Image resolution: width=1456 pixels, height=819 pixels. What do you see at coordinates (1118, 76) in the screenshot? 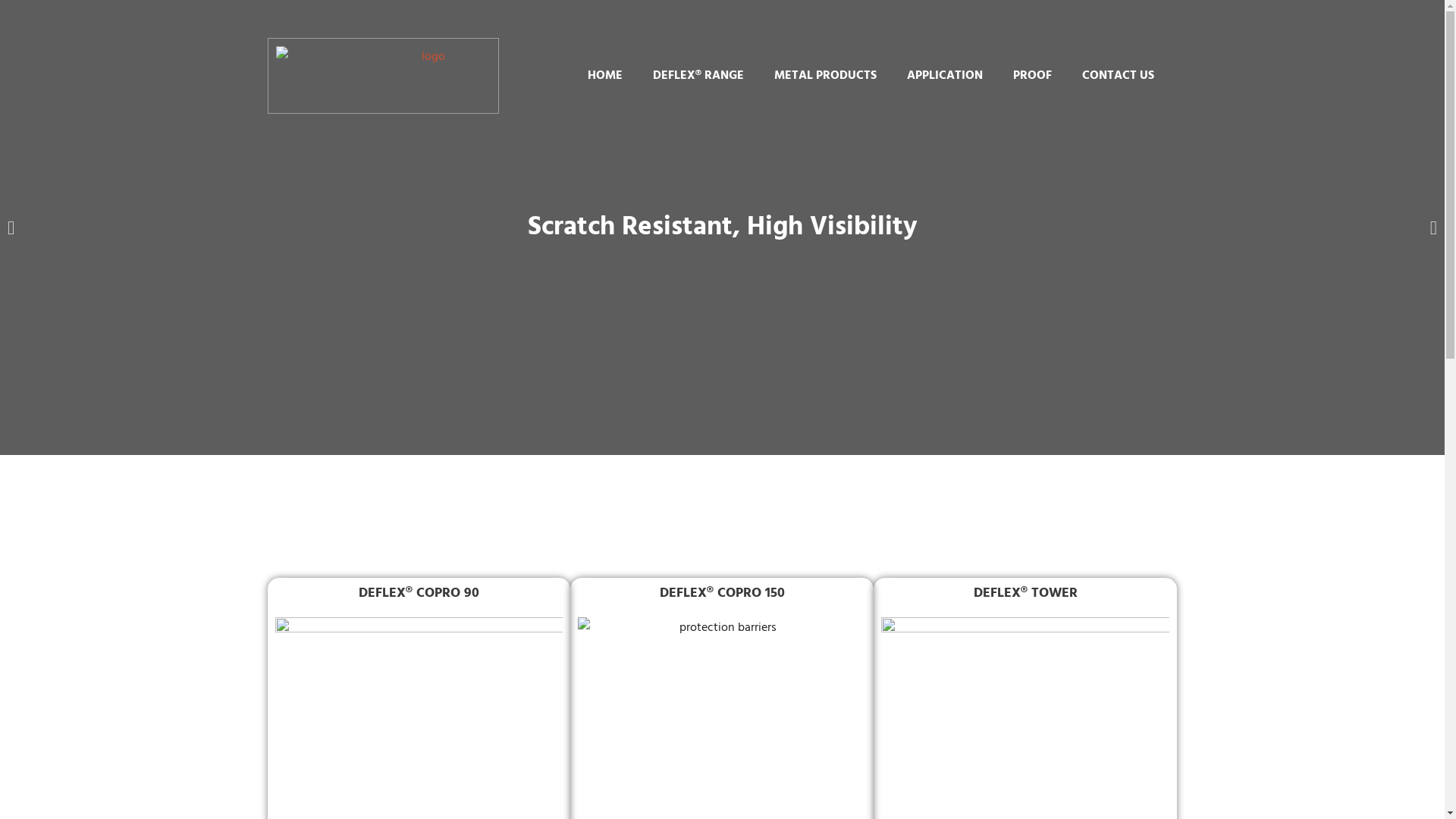
I see `'CONTACT US'` at bounding box center [1118, 76].